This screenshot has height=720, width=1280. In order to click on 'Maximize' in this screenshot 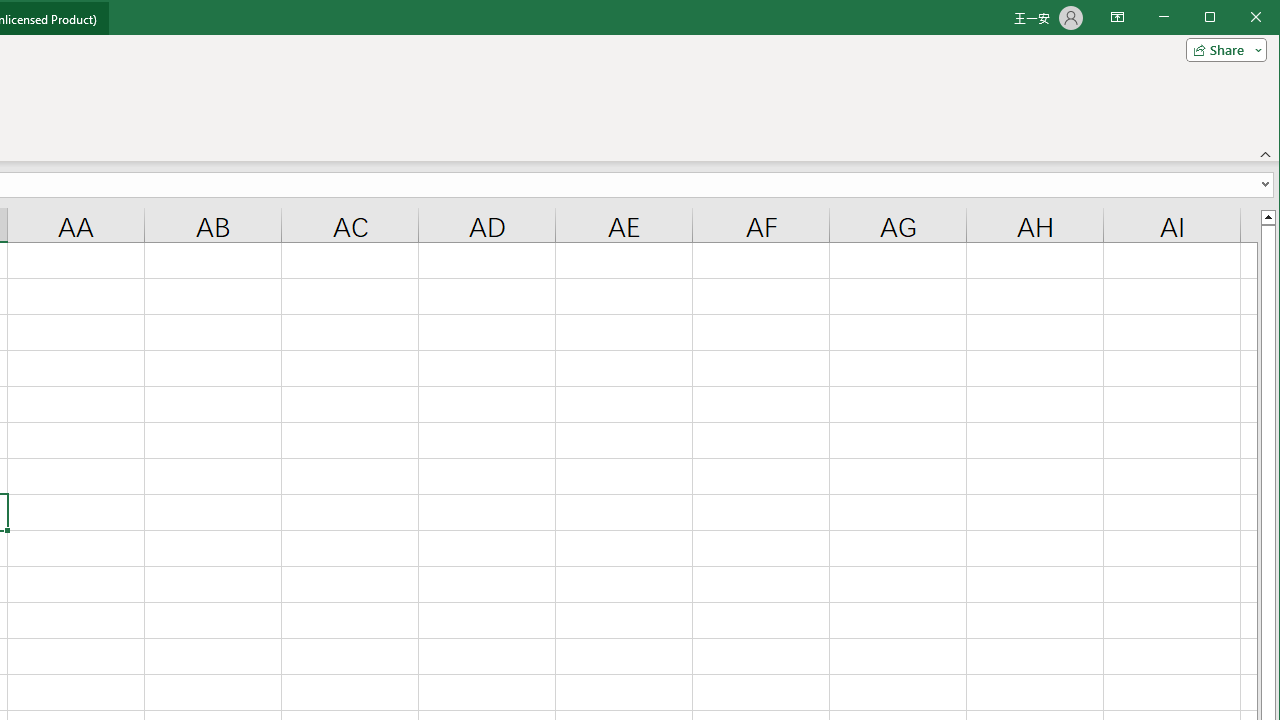, I will do `click(1238, 19)`.